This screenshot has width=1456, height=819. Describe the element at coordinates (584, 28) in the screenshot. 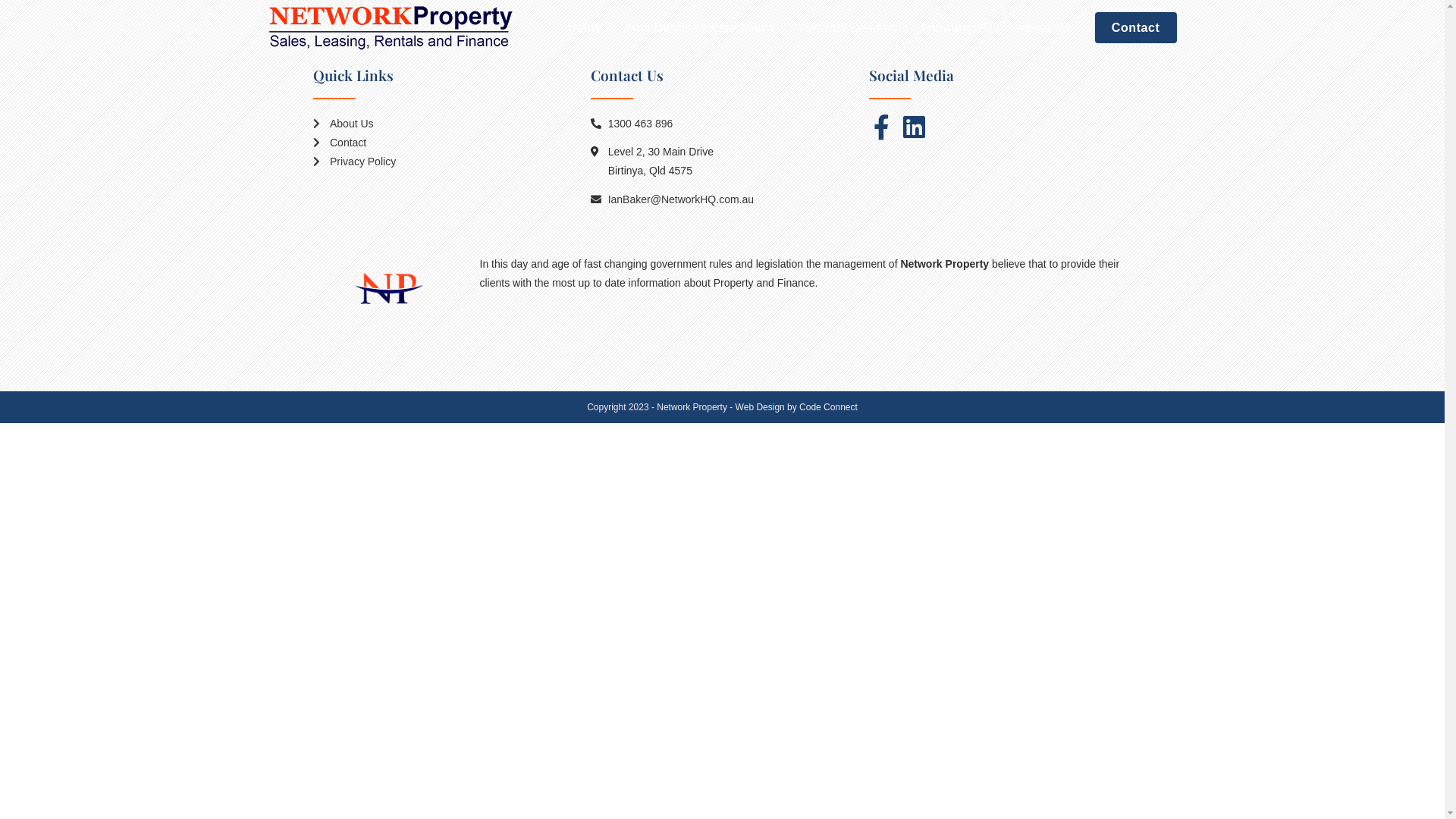

I see `'Home'` at that location.